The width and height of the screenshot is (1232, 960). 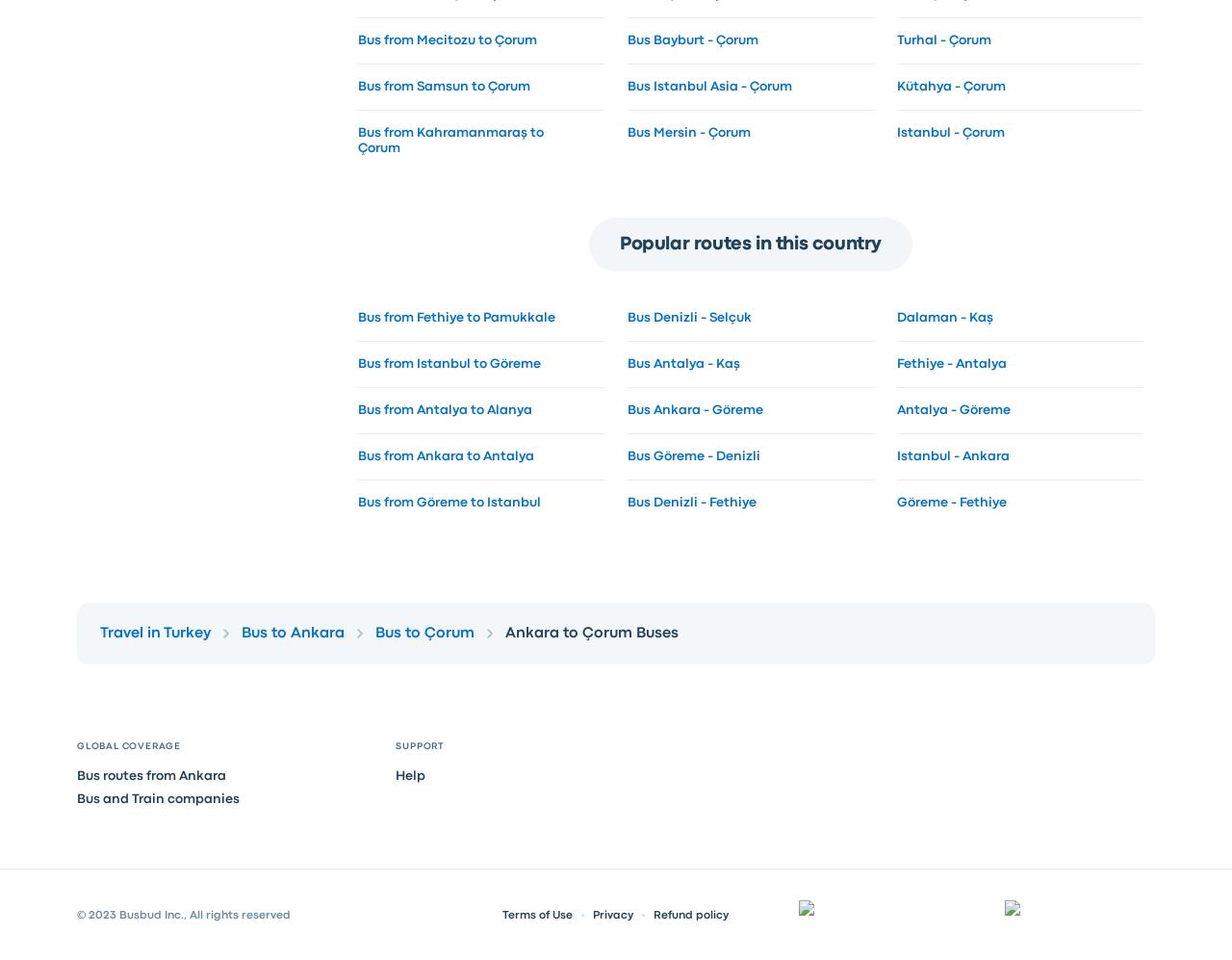 What do you see at coordinates (707, 85) in the screenshot?
I see `'Bus Istanbul Asia - Çorum'` at bounding box center [707, 85].